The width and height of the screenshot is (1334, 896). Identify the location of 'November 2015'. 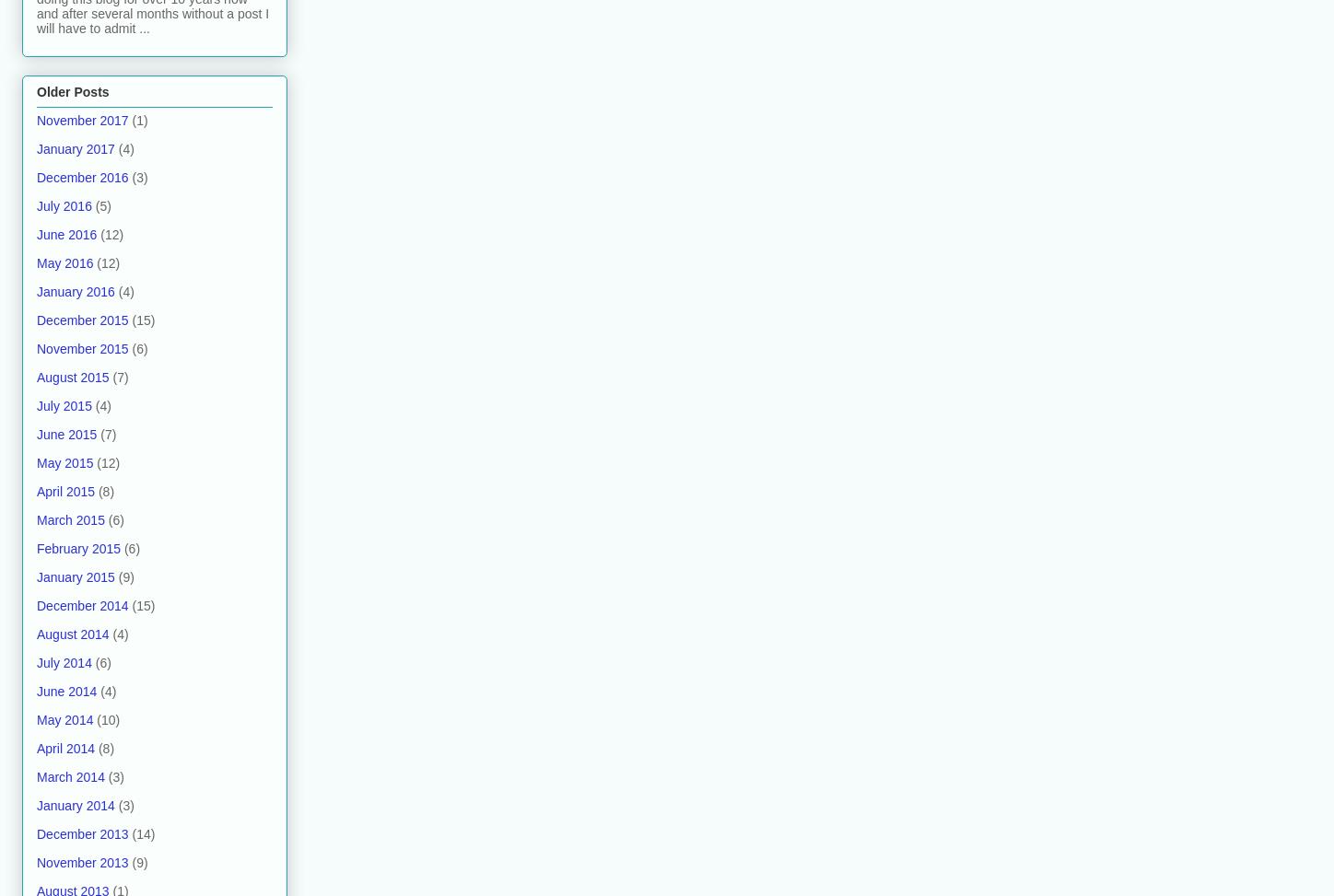
(36, 347).